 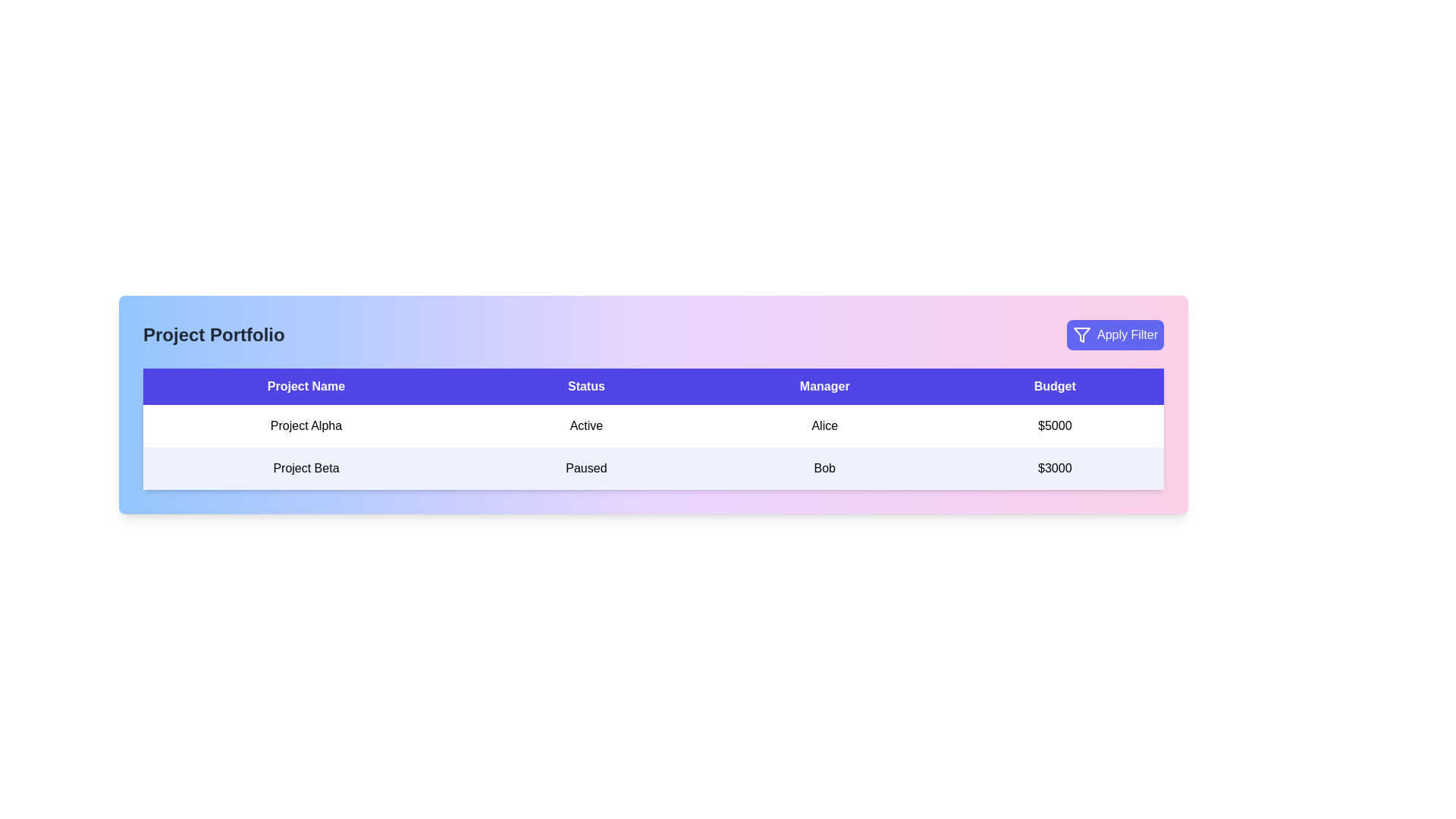 What do you see at coordinates (305, 467) in the screenshot?
I see `the text label displaying 'Project Beta' in the leftmost position of the second data row of the table` at bounding box center [305, 467].